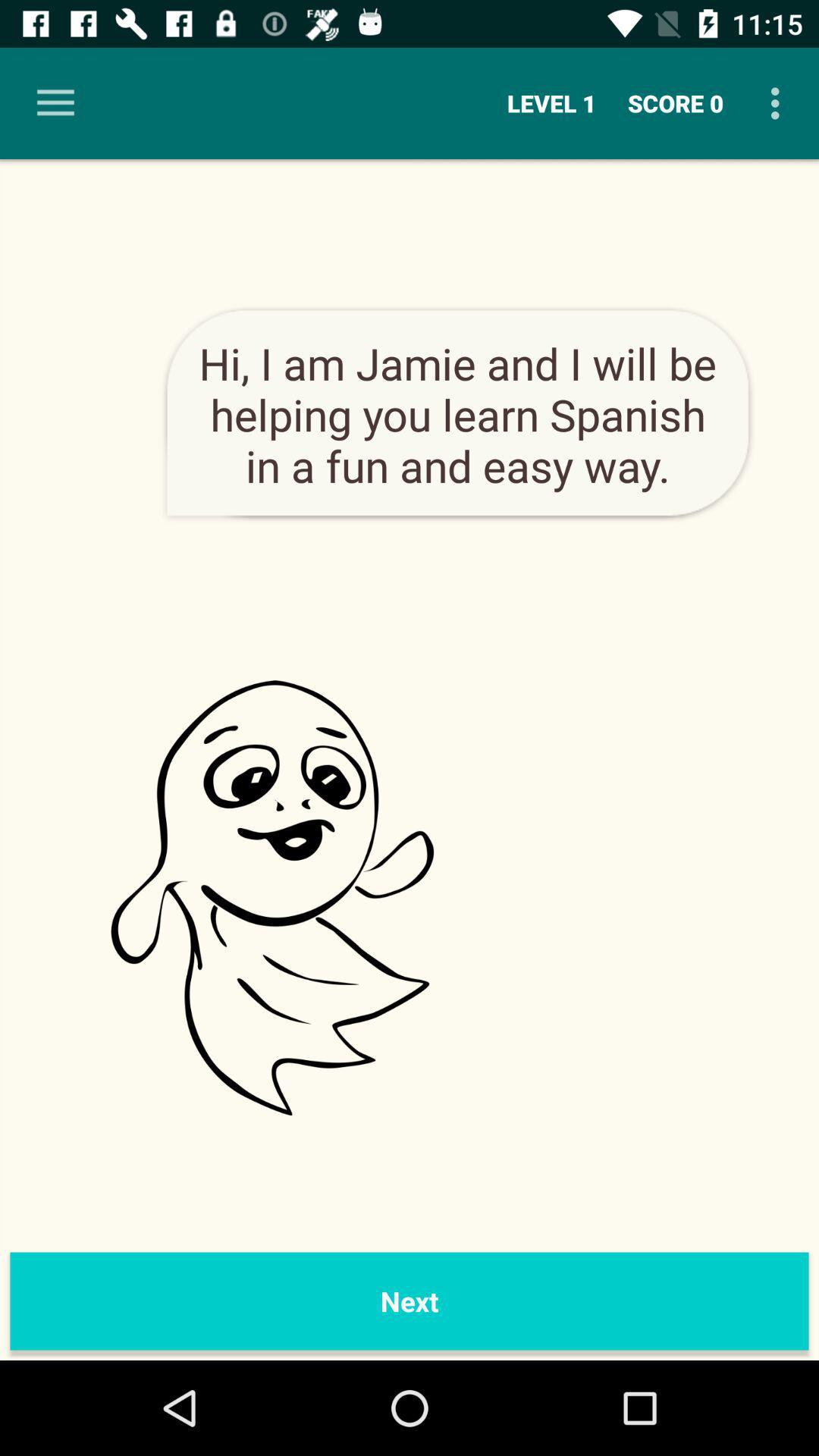  I want to click on item to the right of the score 0 icon, so click(779, 102).